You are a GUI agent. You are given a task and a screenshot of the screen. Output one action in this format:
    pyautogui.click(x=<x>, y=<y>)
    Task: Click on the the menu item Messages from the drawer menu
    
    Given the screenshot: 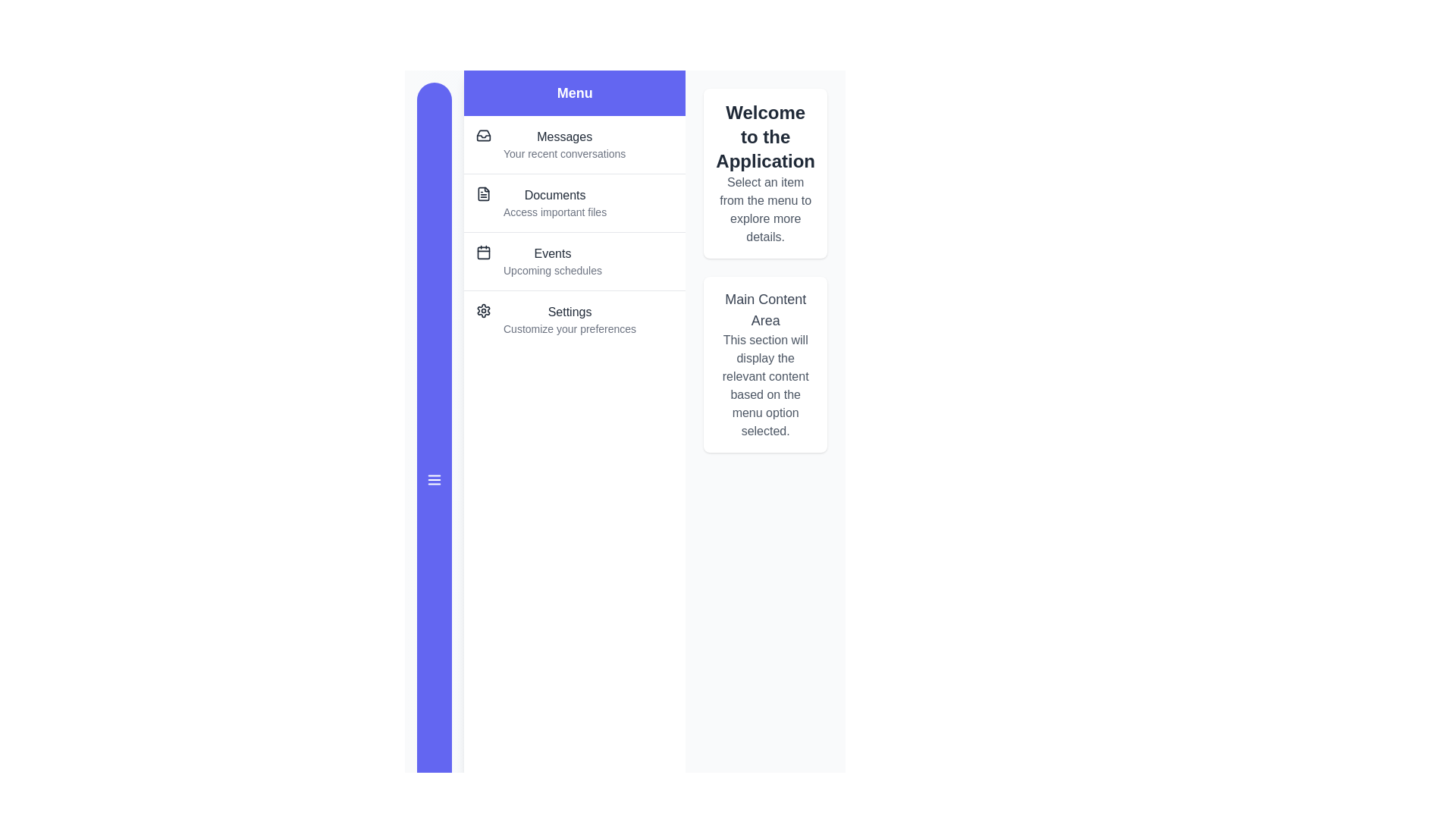 What is the action you would take?
    pyautogui.click(x=574, y=145)
    